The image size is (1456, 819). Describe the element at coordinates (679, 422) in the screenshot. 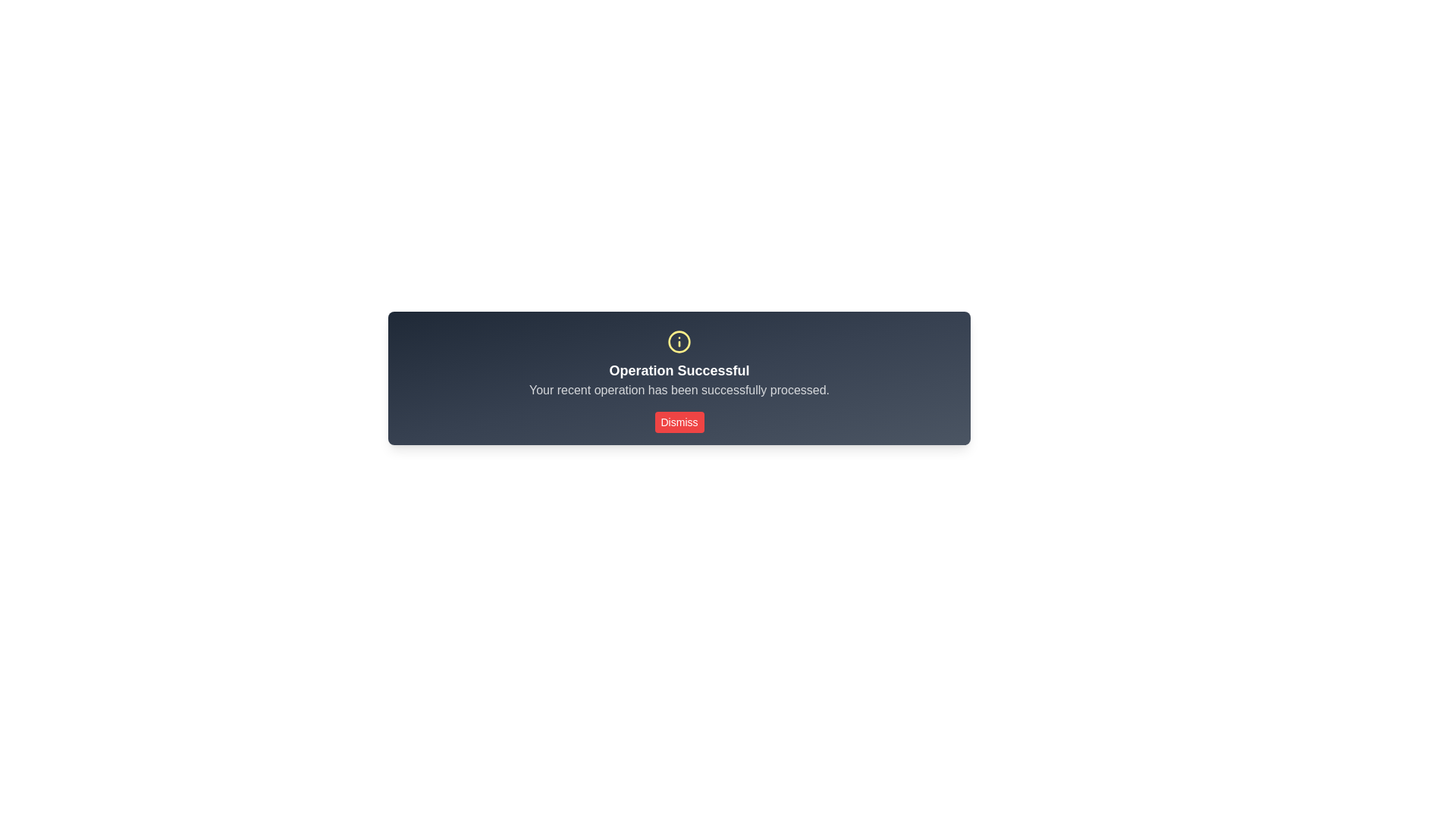

I see `'Dismiss' button to hide the alert` at that location.